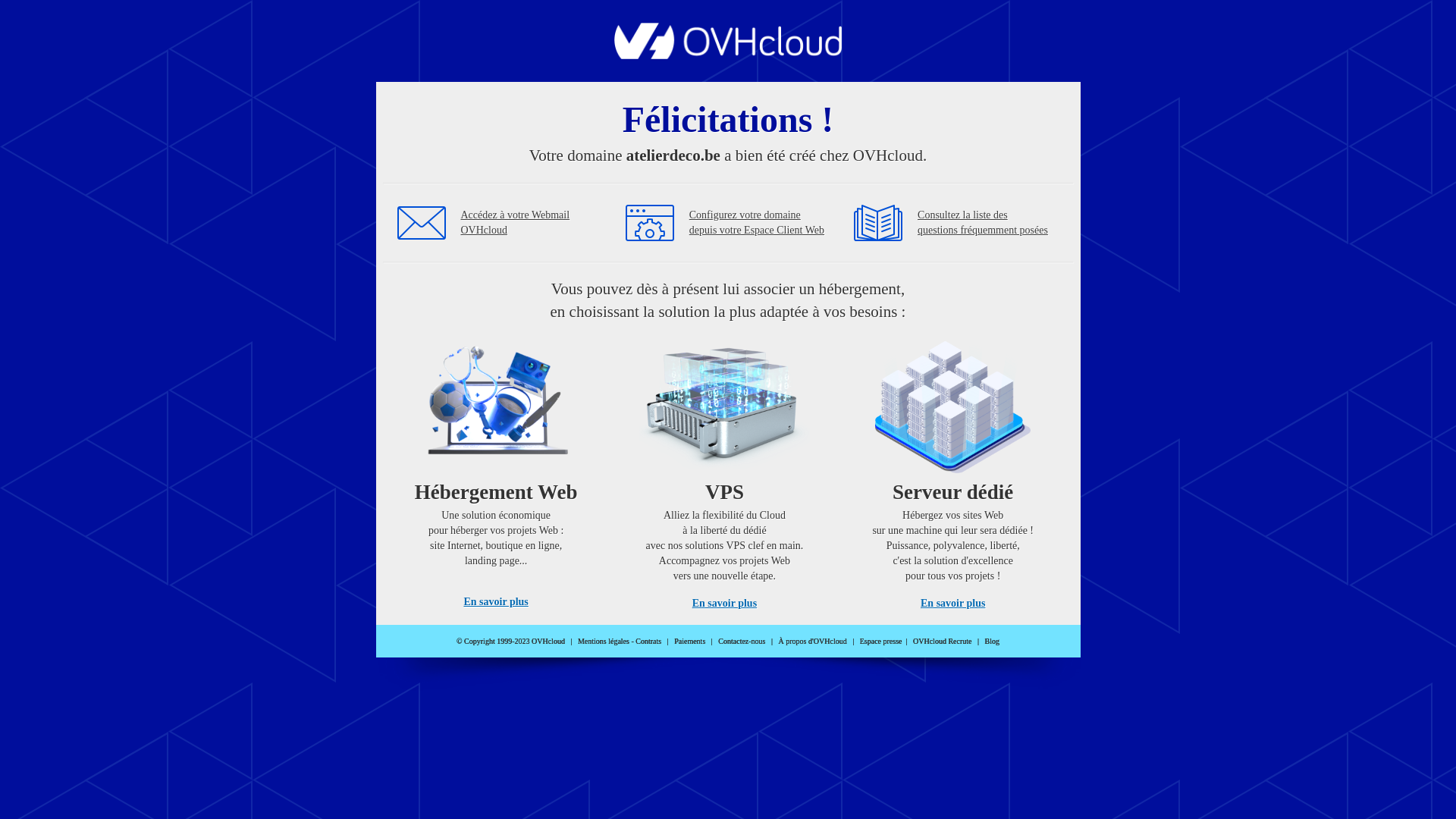 Image resolution: width=1456 pixels, height=819 pixels. I want to click on 'OVHcloud Recrute', so click(941, 641).